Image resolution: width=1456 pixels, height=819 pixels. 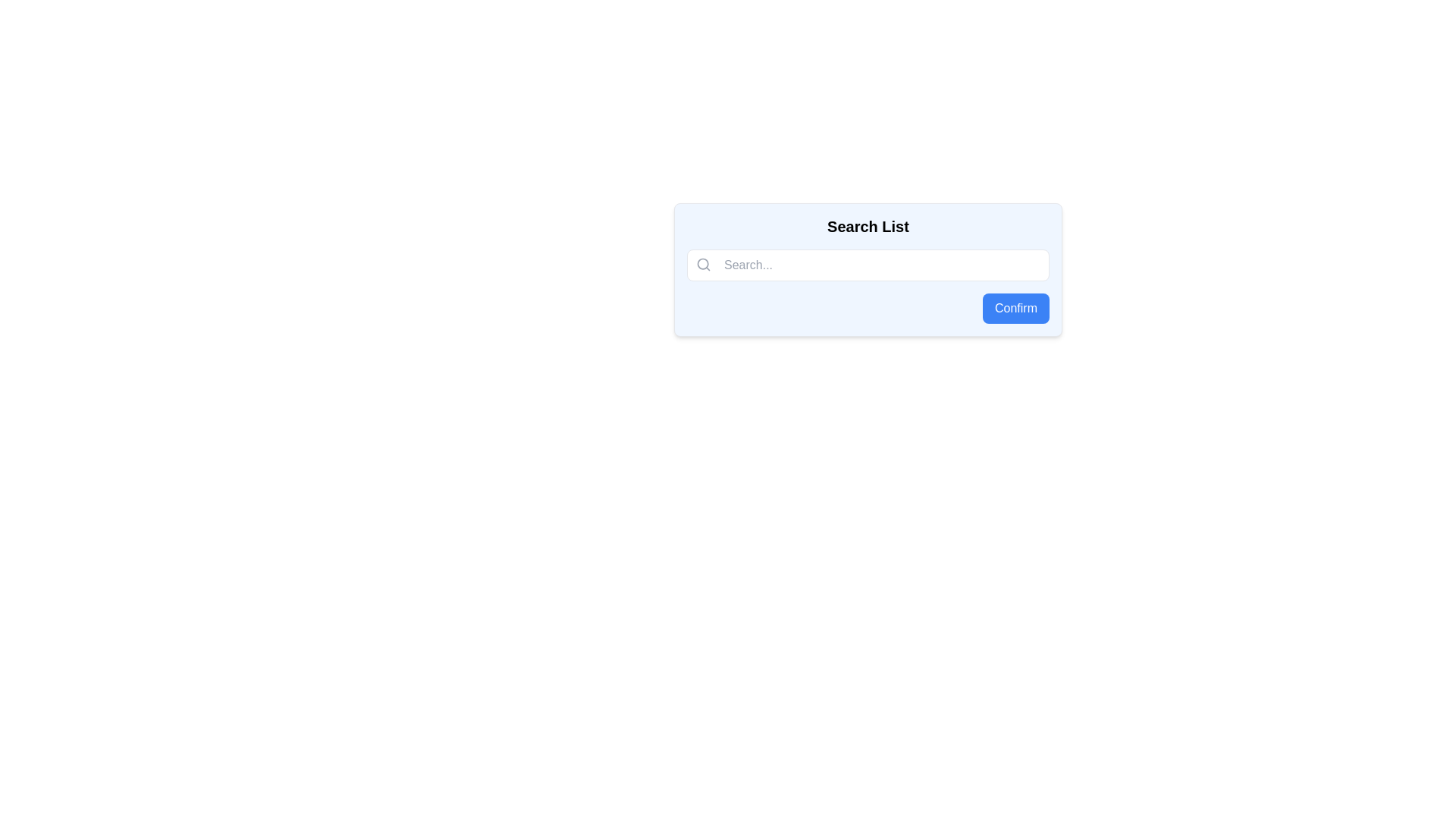 What do you see at coordinates (702, 263) in the screenshot?
I see `the circular element of the magnifying glass icon located on the left part of the search bar in the center of the modal` at bounding box center [702, 263].